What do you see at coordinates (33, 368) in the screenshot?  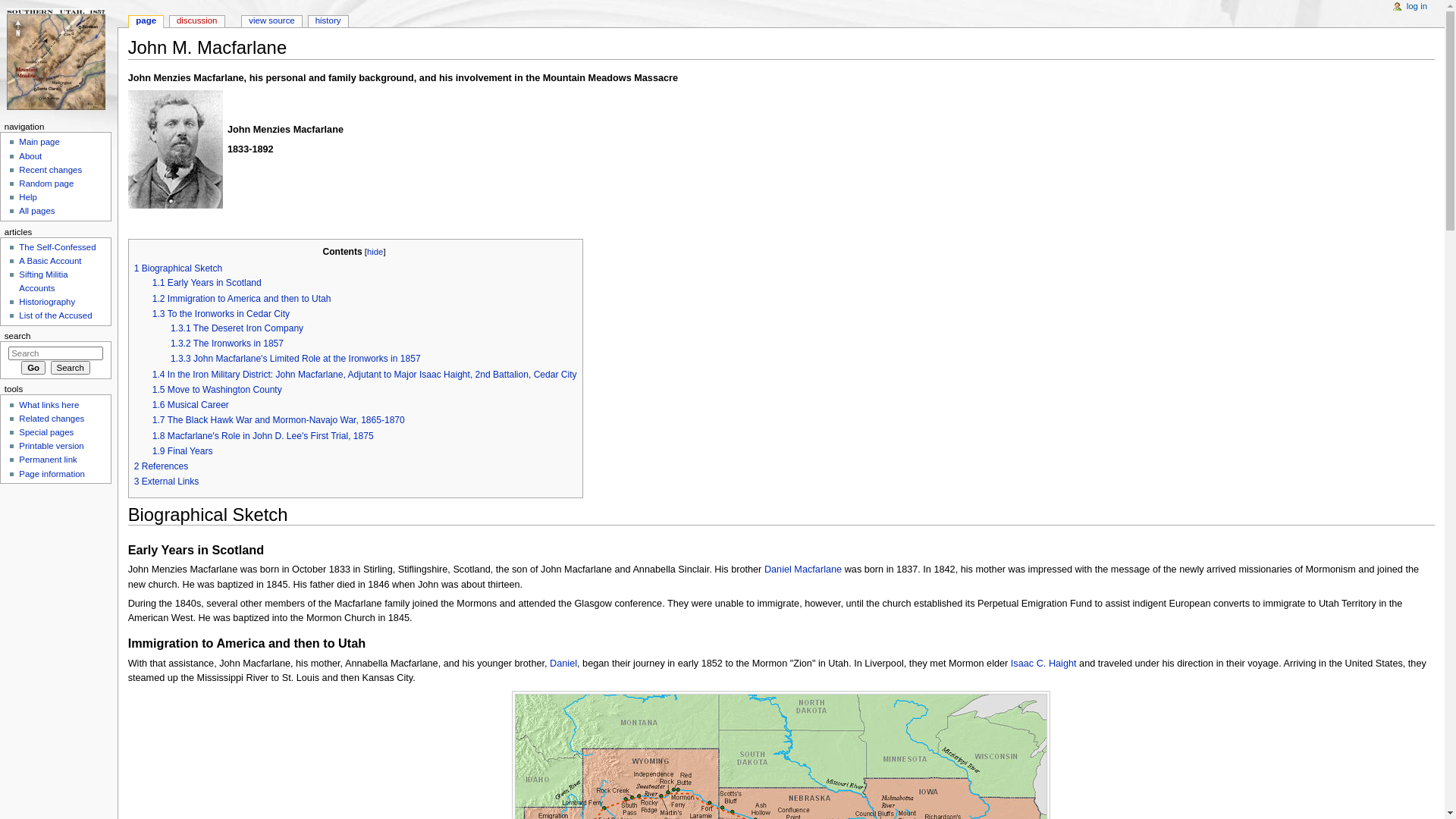 I see `'Go to a page with this exact name if it exists'` at bounding box center [33, 368].